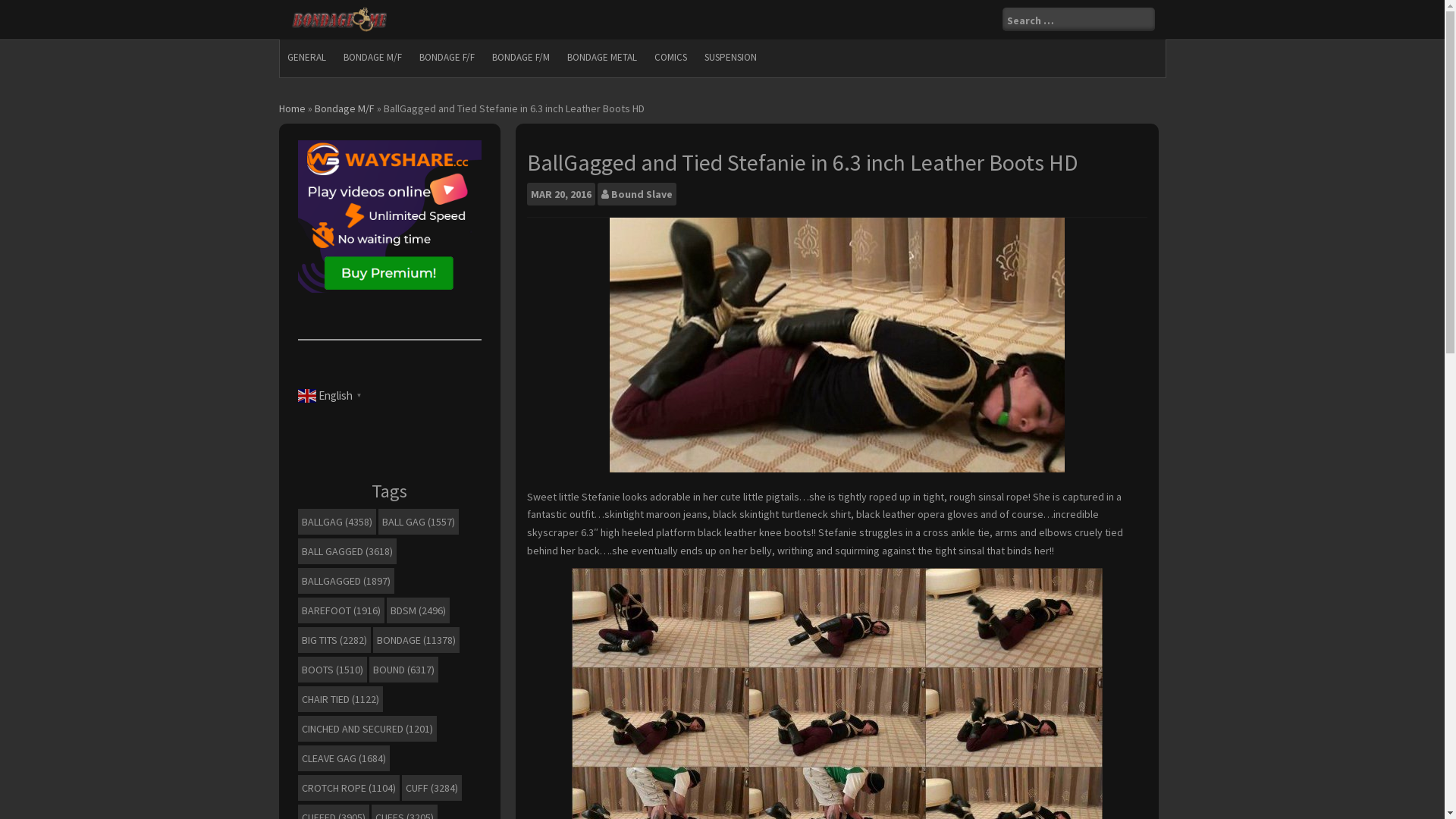 The image size is (1456, 819). I want to click on 'BOOTS (1510)', so click(331, 669).